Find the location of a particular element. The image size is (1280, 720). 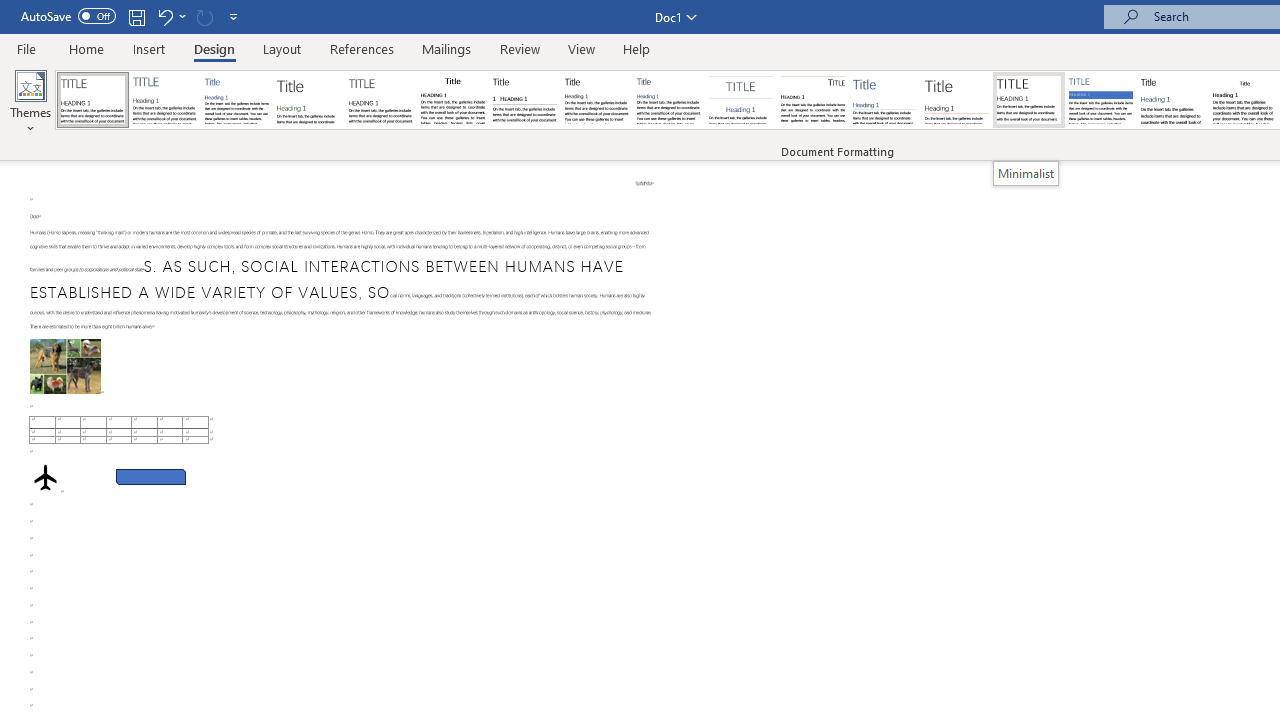

'Word' is located at coordinates (1173, 100).